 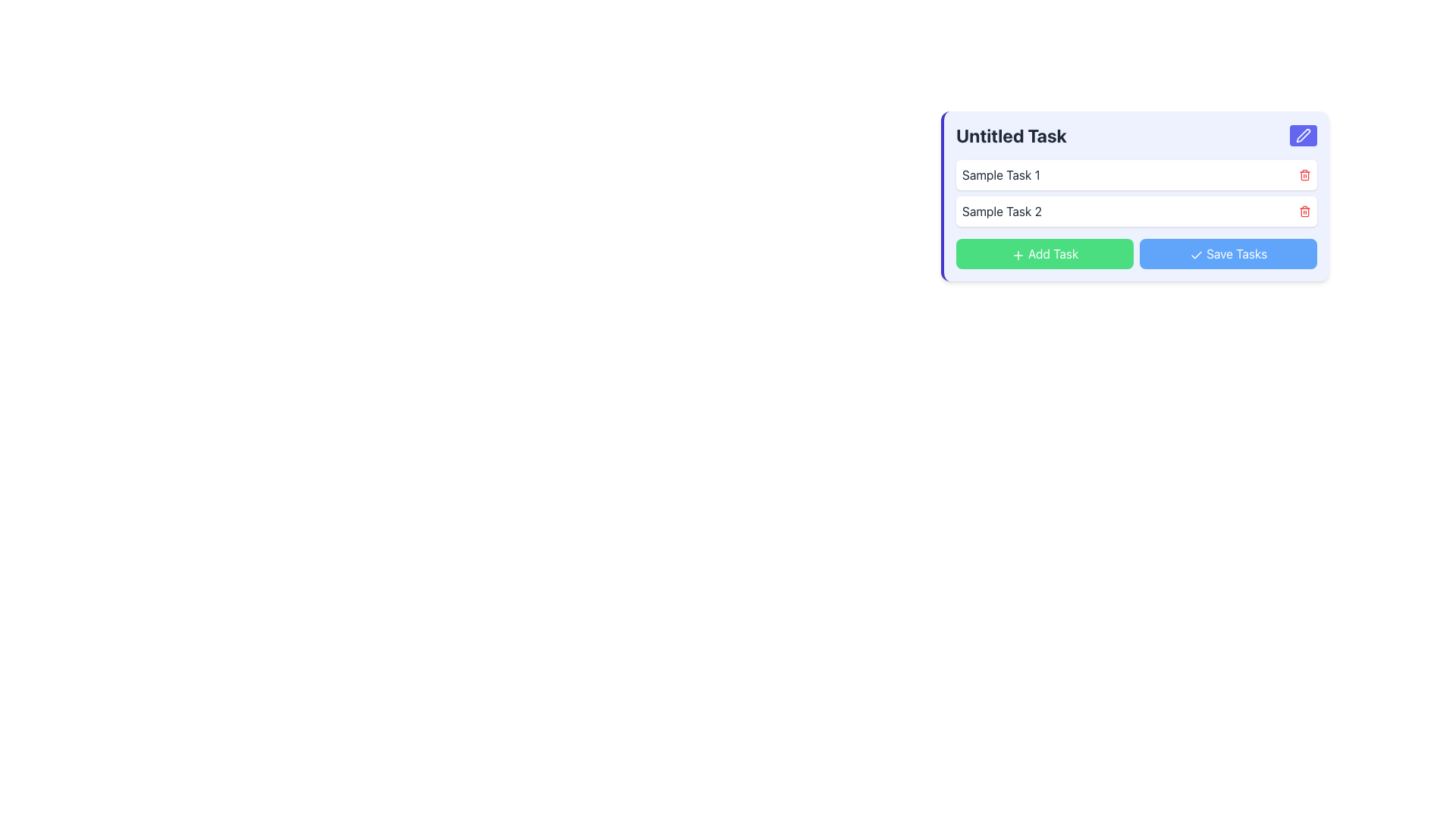 I want to click on the 'Save Tasks' button, which is a blue button with white text and a check mark icon, located at the bottom of the task interface panel, so click(x=1228, y=253).